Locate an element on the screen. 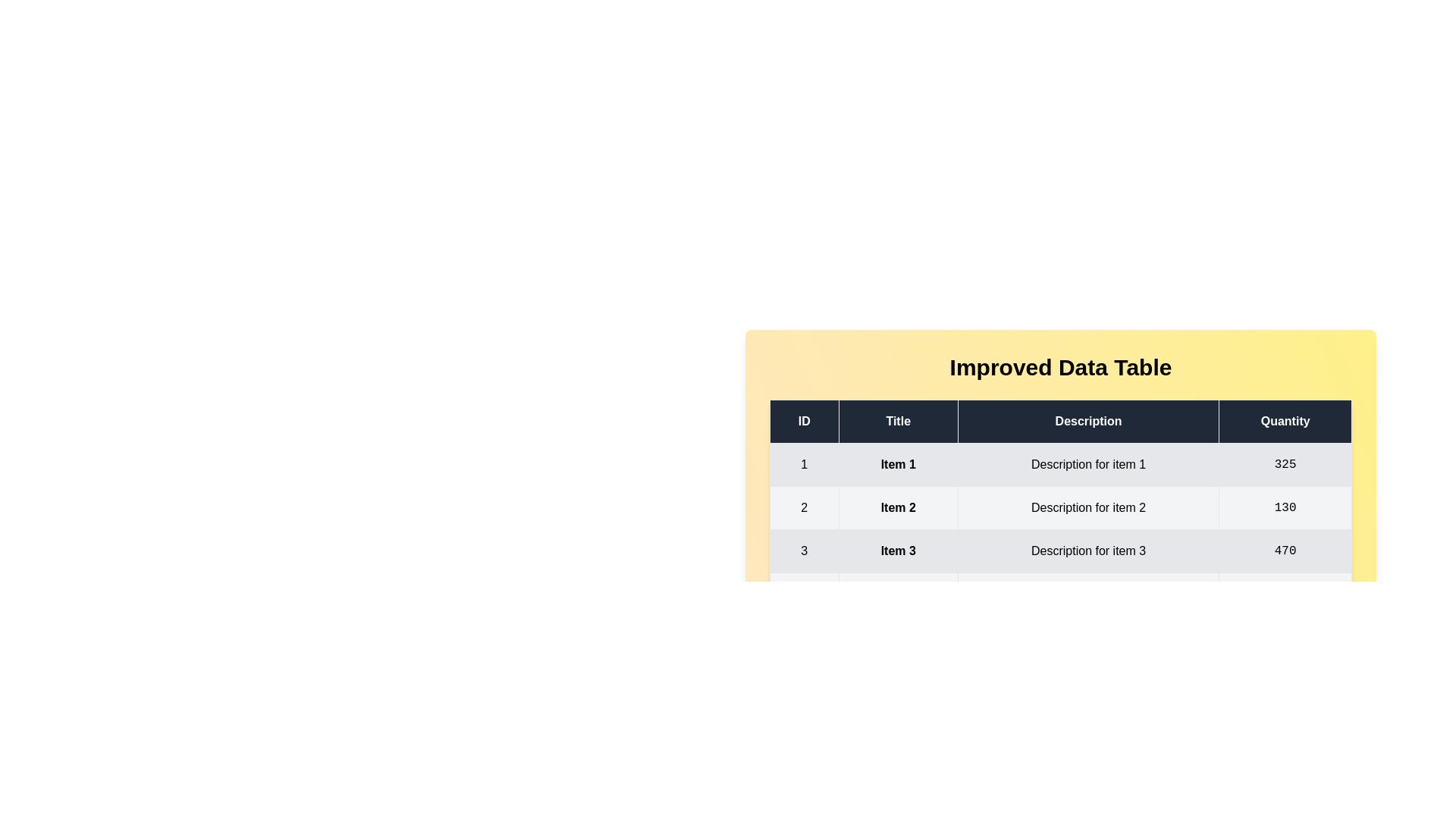  the header of the column Title to sort the table by that column is located at coordinates (898, 421).